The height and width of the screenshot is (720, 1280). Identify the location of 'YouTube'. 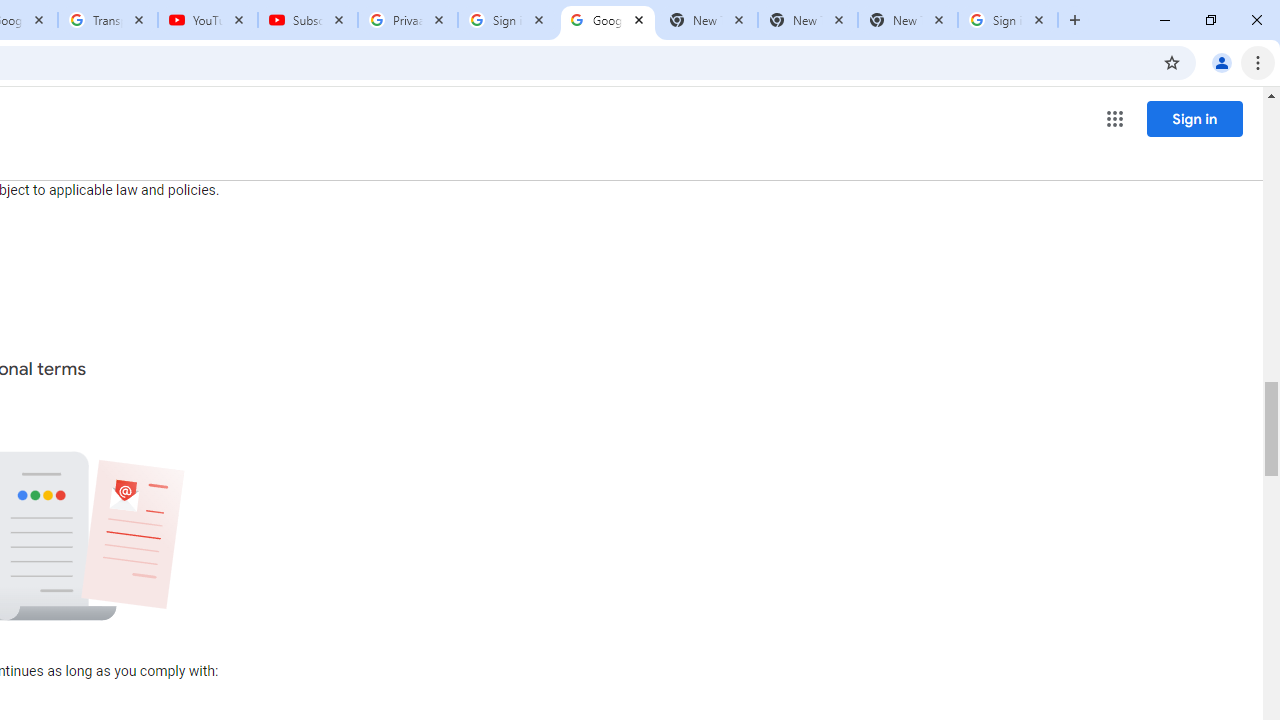
(208, 20).